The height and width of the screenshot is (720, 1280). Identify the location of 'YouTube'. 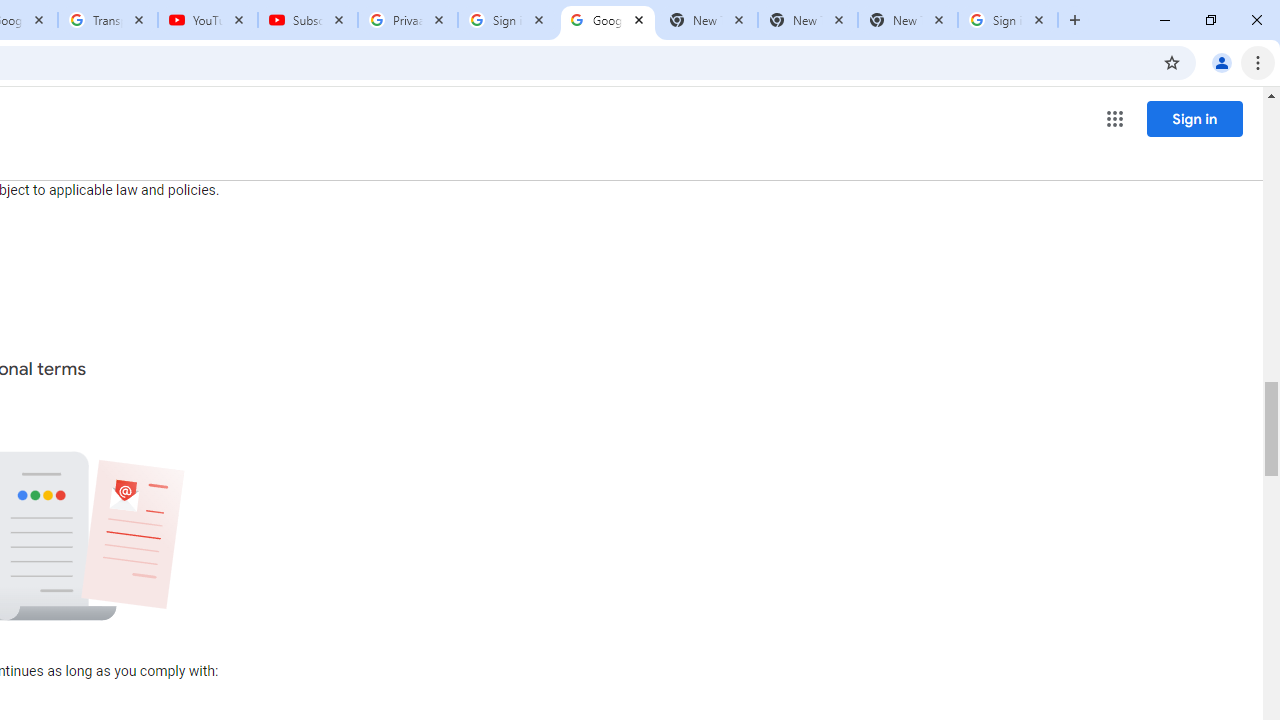
(208, 20).